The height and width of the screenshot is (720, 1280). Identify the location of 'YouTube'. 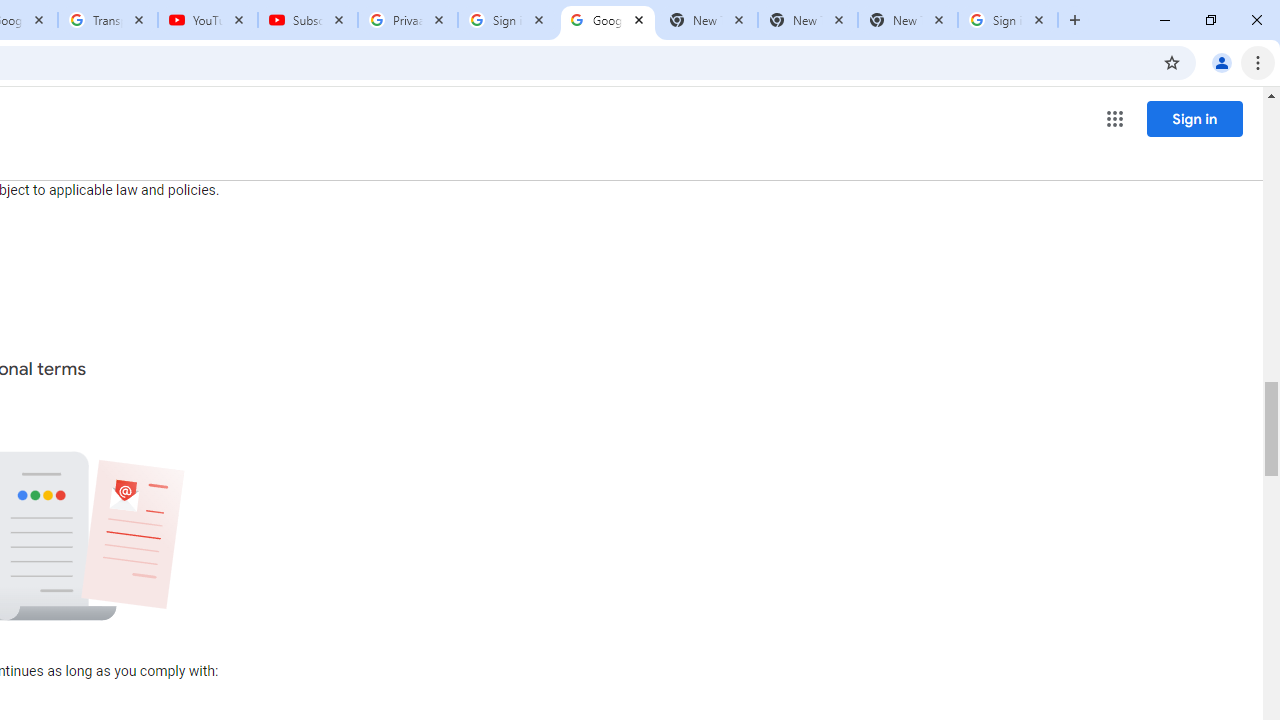
(208, 20).